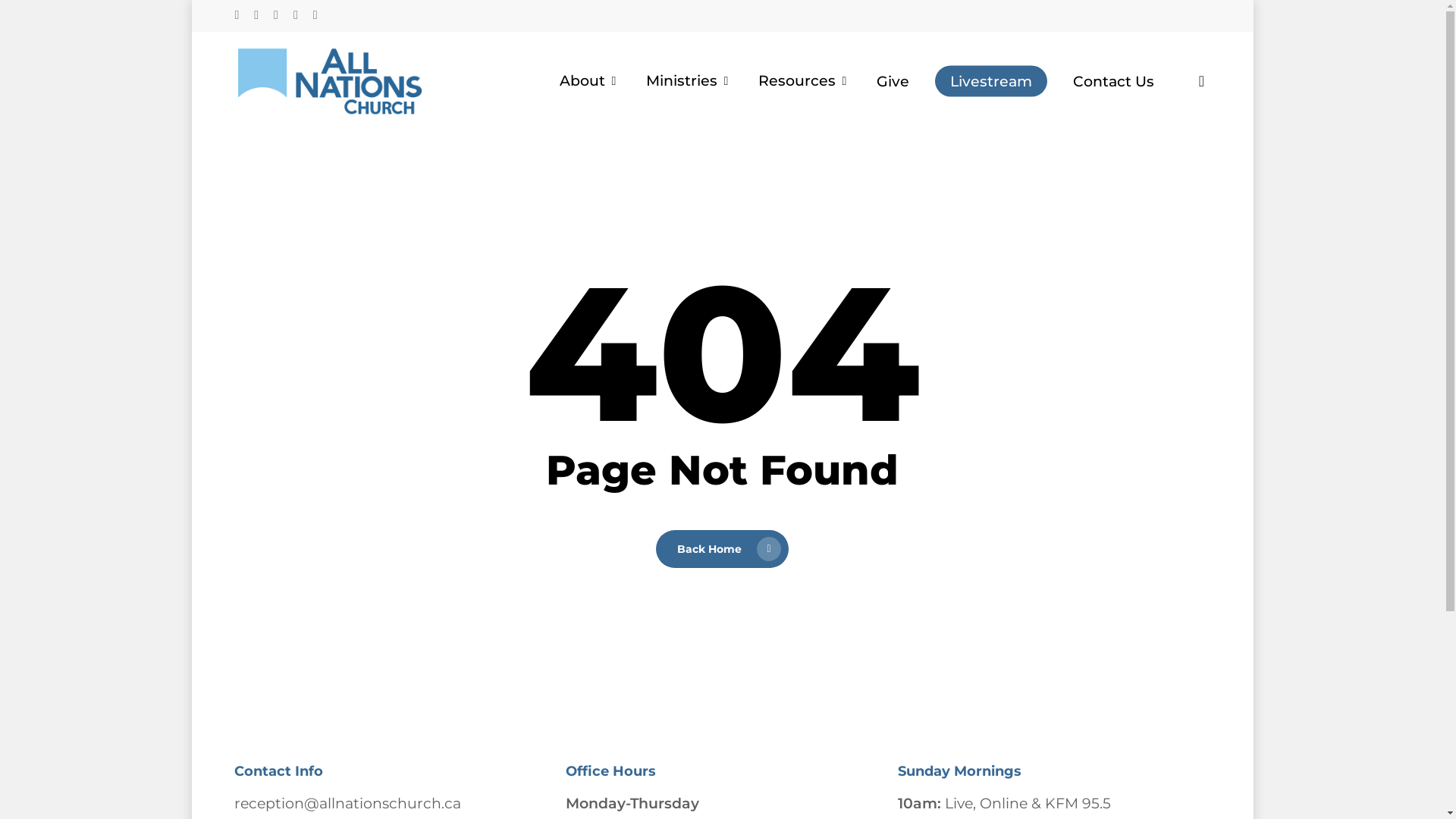 This screenshot has width=1456, height=819. What do you see at coordinates (276, 15) in the screenshot?
I see `'instagram'` at bounding box center [276, 15].